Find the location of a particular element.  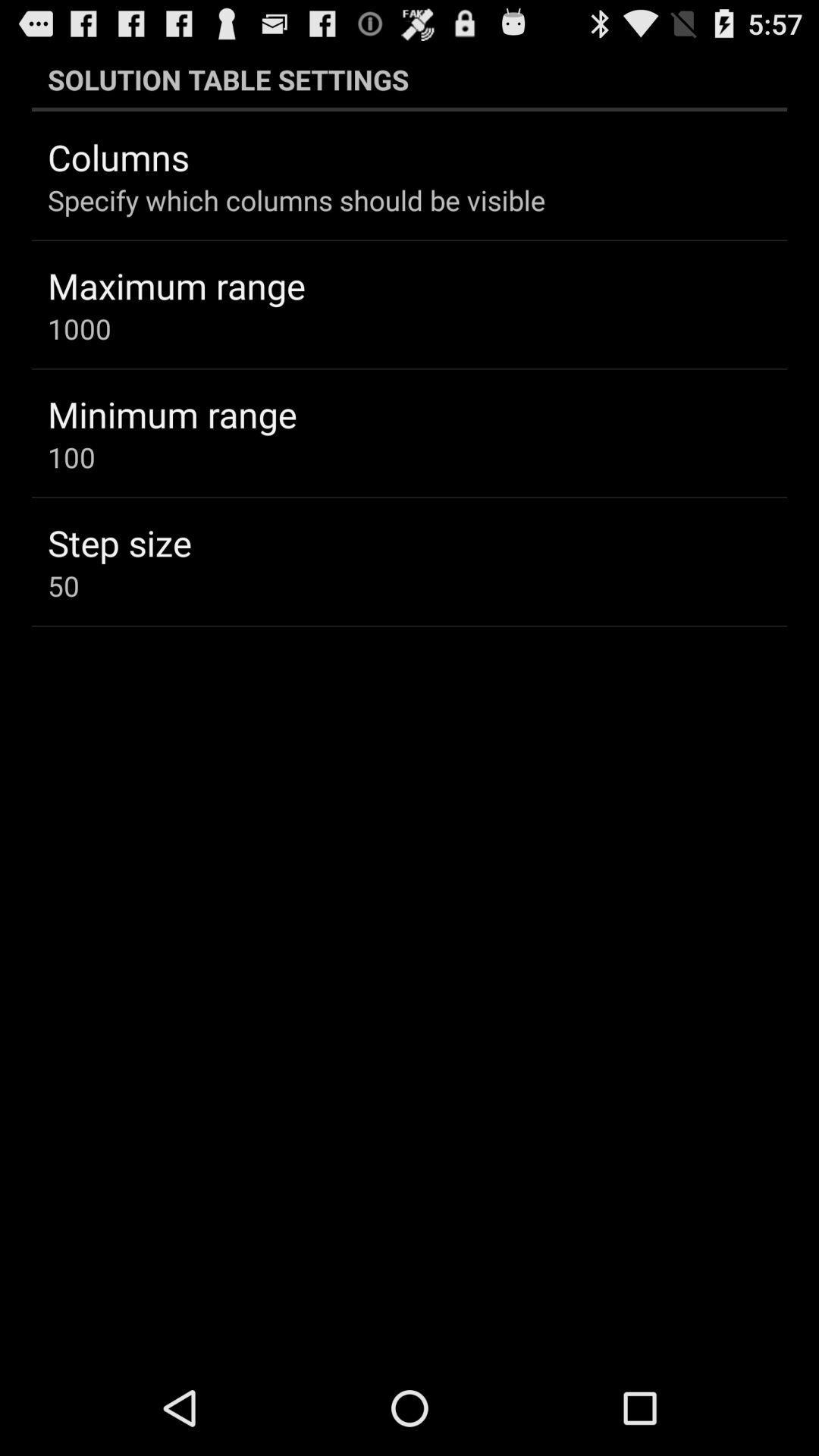

icon below minimum range is located at coordinates (71, 457).